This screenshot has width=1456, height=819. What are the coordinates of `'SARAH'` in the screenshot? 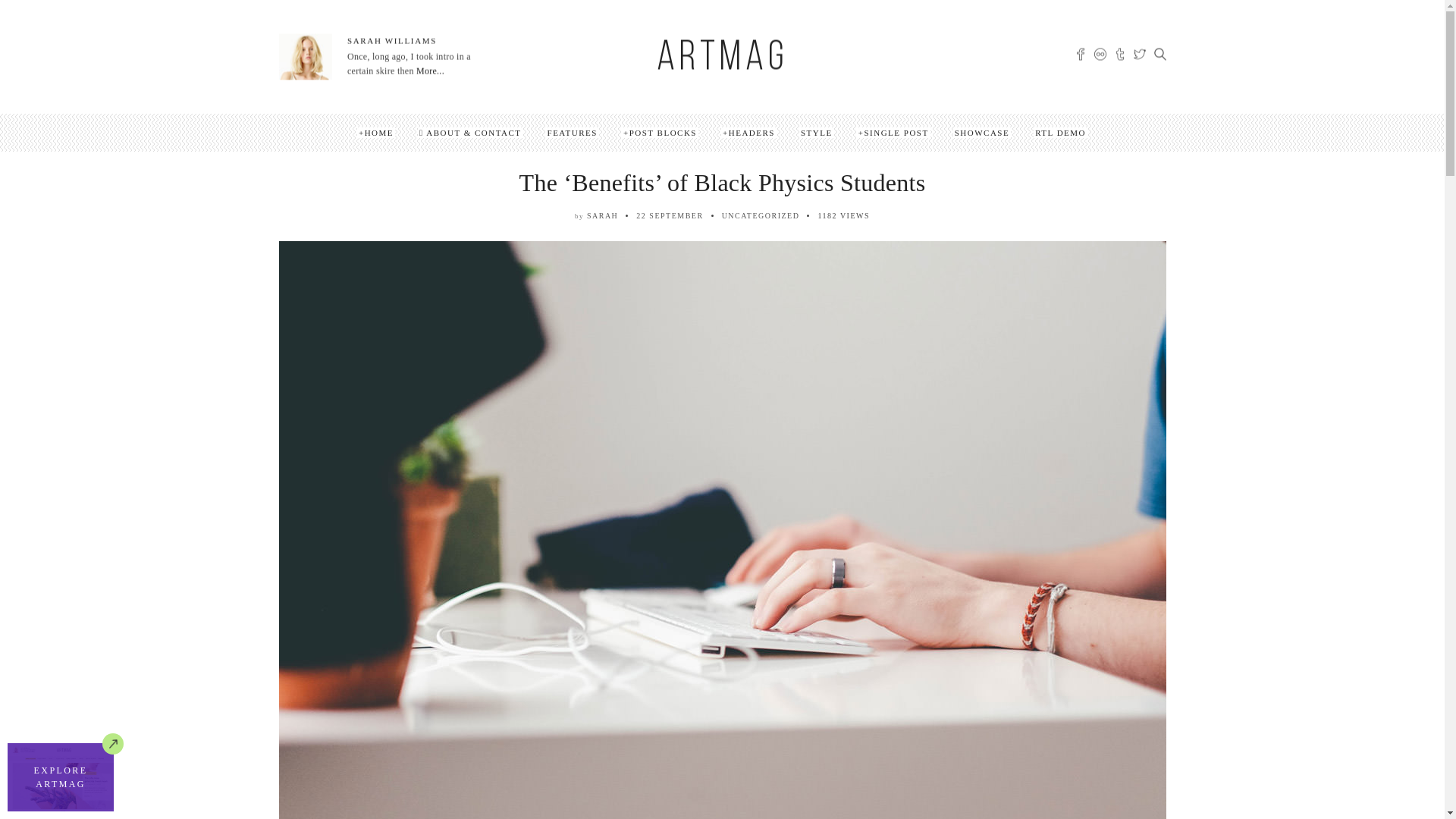 It's located at (601, 215).